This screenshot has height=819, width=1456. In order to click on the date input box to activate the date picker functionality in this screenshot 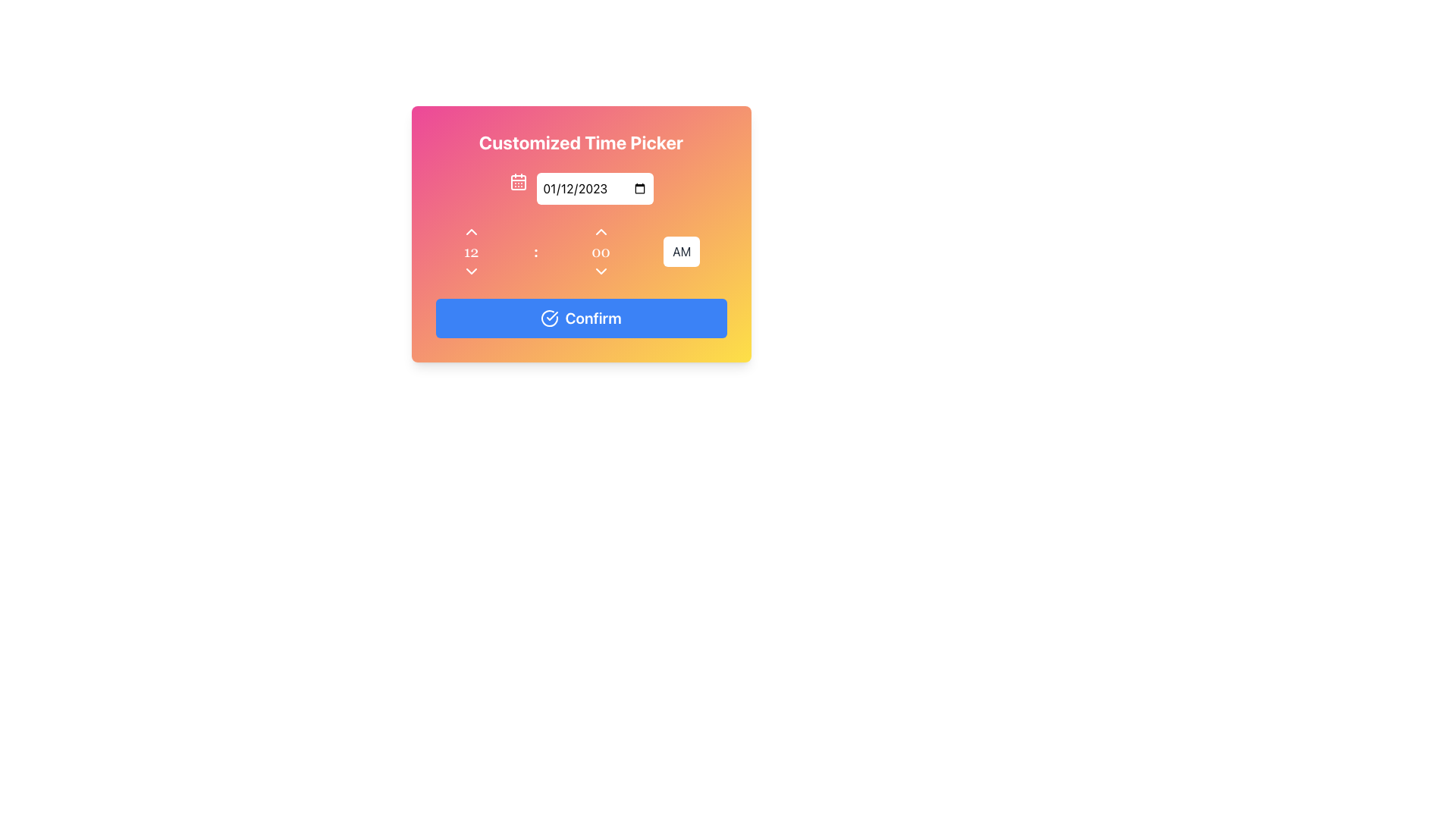, I will do `click(594, 188)`.